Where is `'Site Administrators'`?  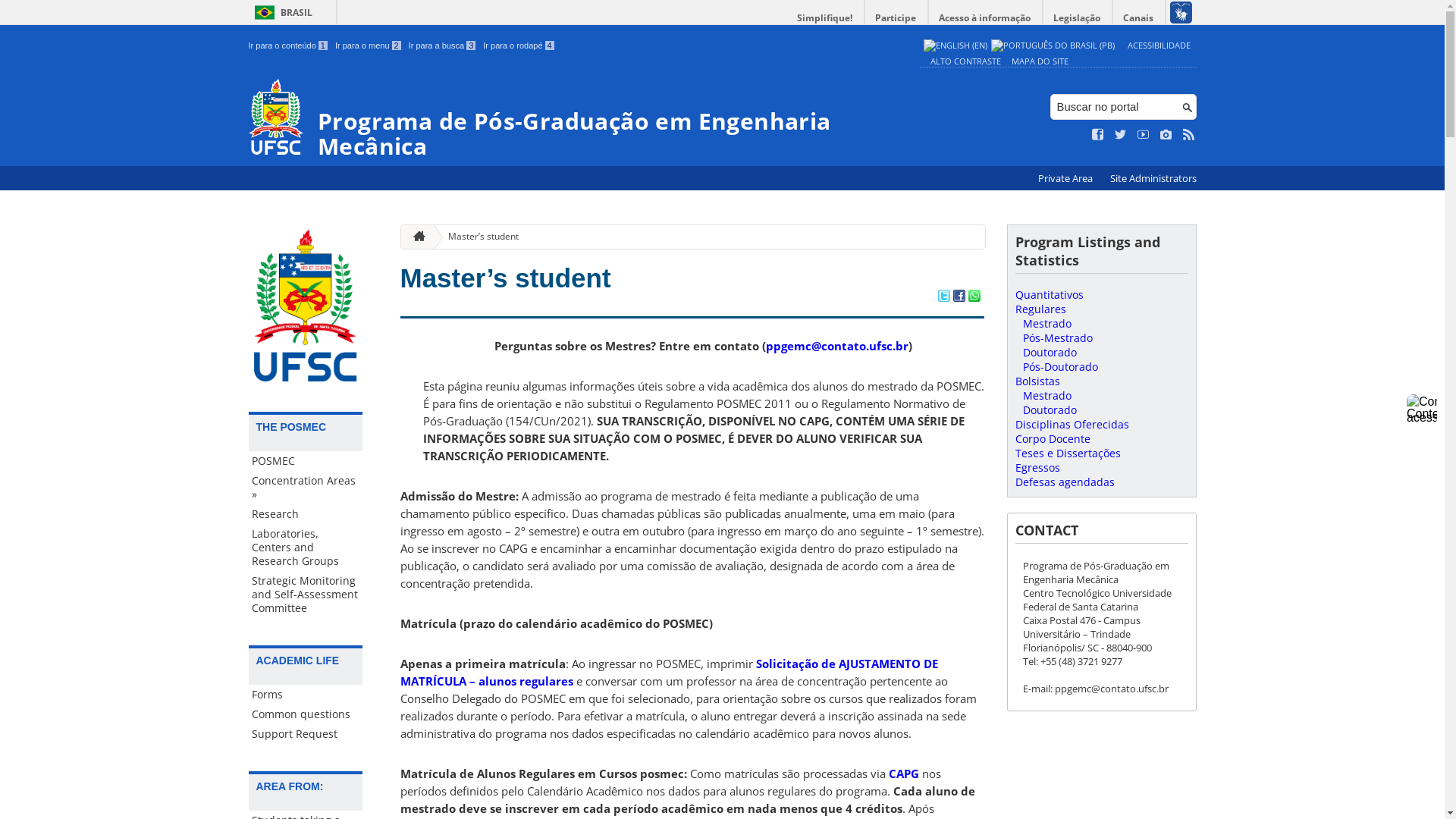
'Site Administrators' is located at coordinates (1103, 177).